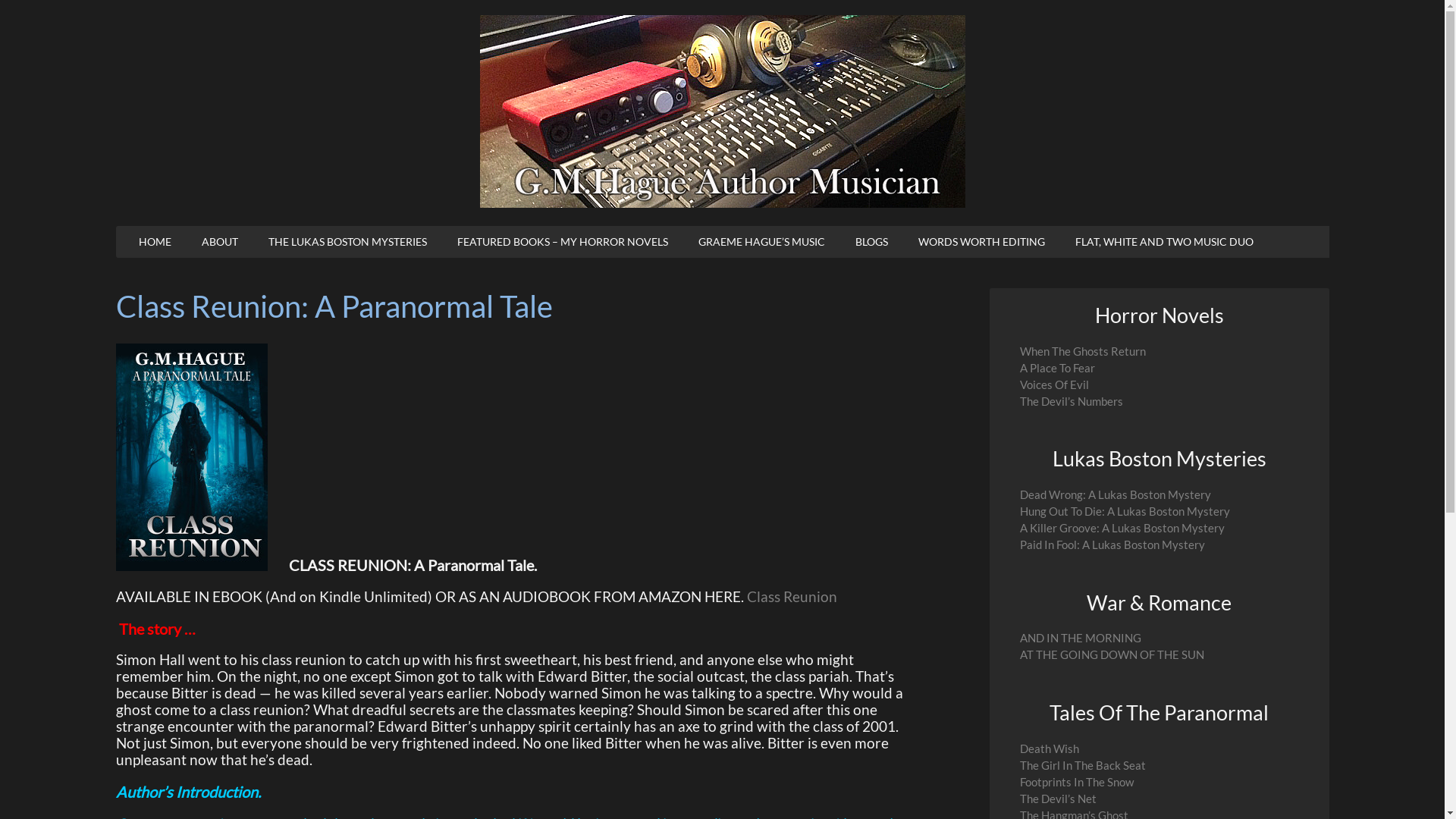 The image size is (1456, 819). What do you see at coordinates (1047, 748) in the screenshot?
I see `'Death Wish'` at bounding box center [1047, 748].